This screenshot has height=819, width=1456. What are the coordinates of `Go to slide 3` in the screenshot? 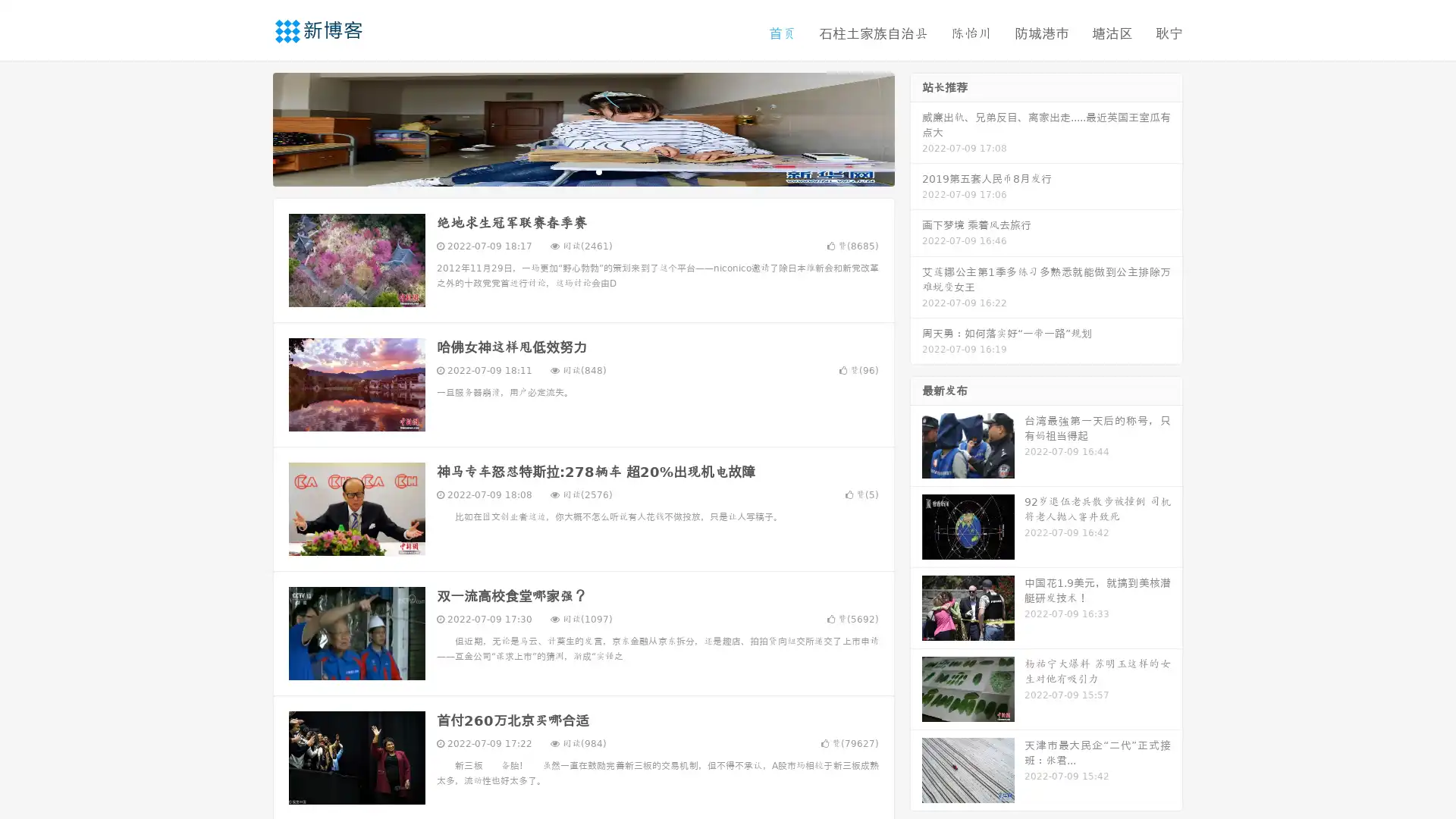 It's located at (598, 171).